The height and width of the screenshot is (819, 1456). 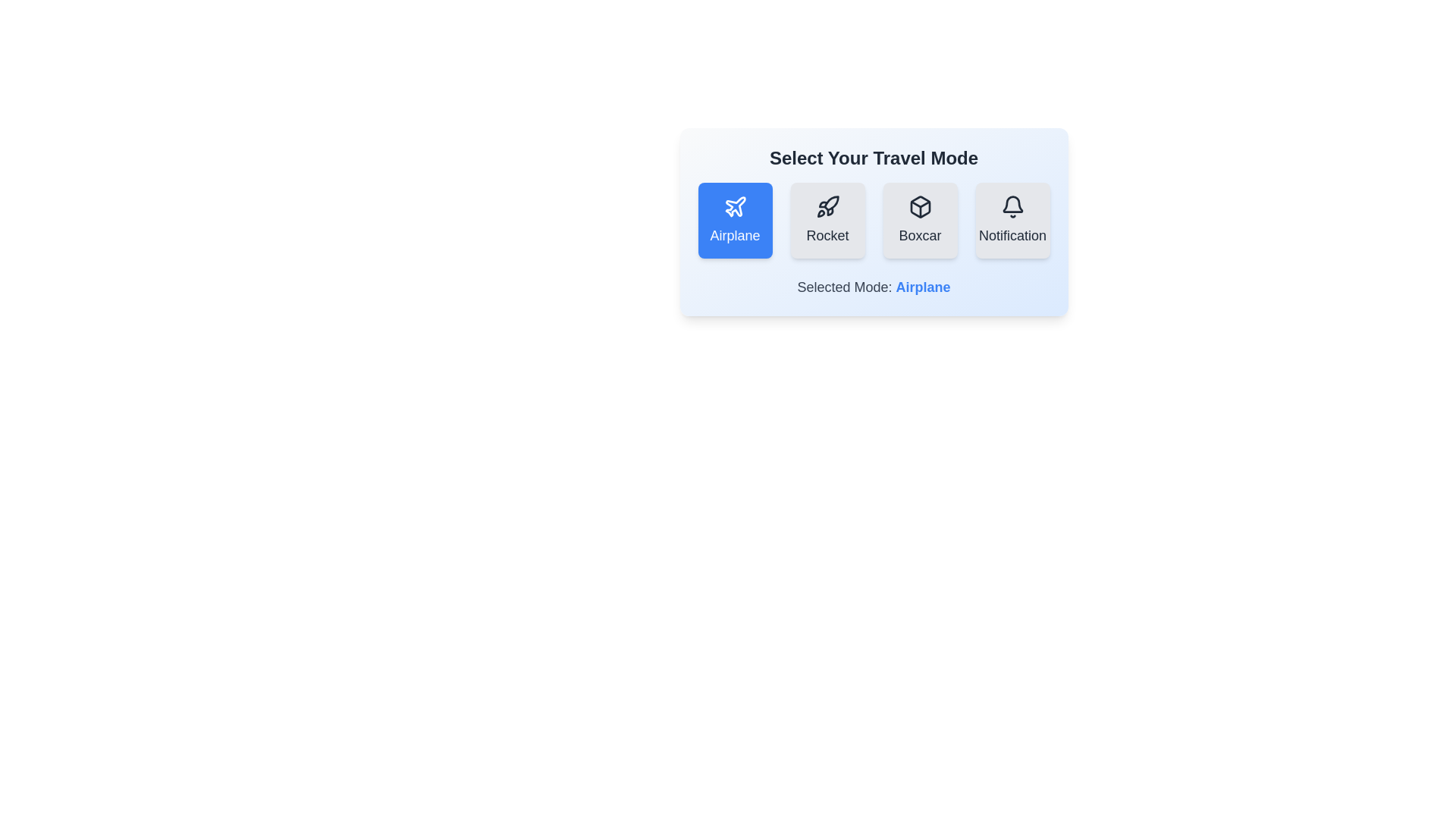 What do you see at coordinates (1012, 220) in the screenshot?
I see `the button corresponding to the travel mode Notification` at bounding box center [1012, 220].